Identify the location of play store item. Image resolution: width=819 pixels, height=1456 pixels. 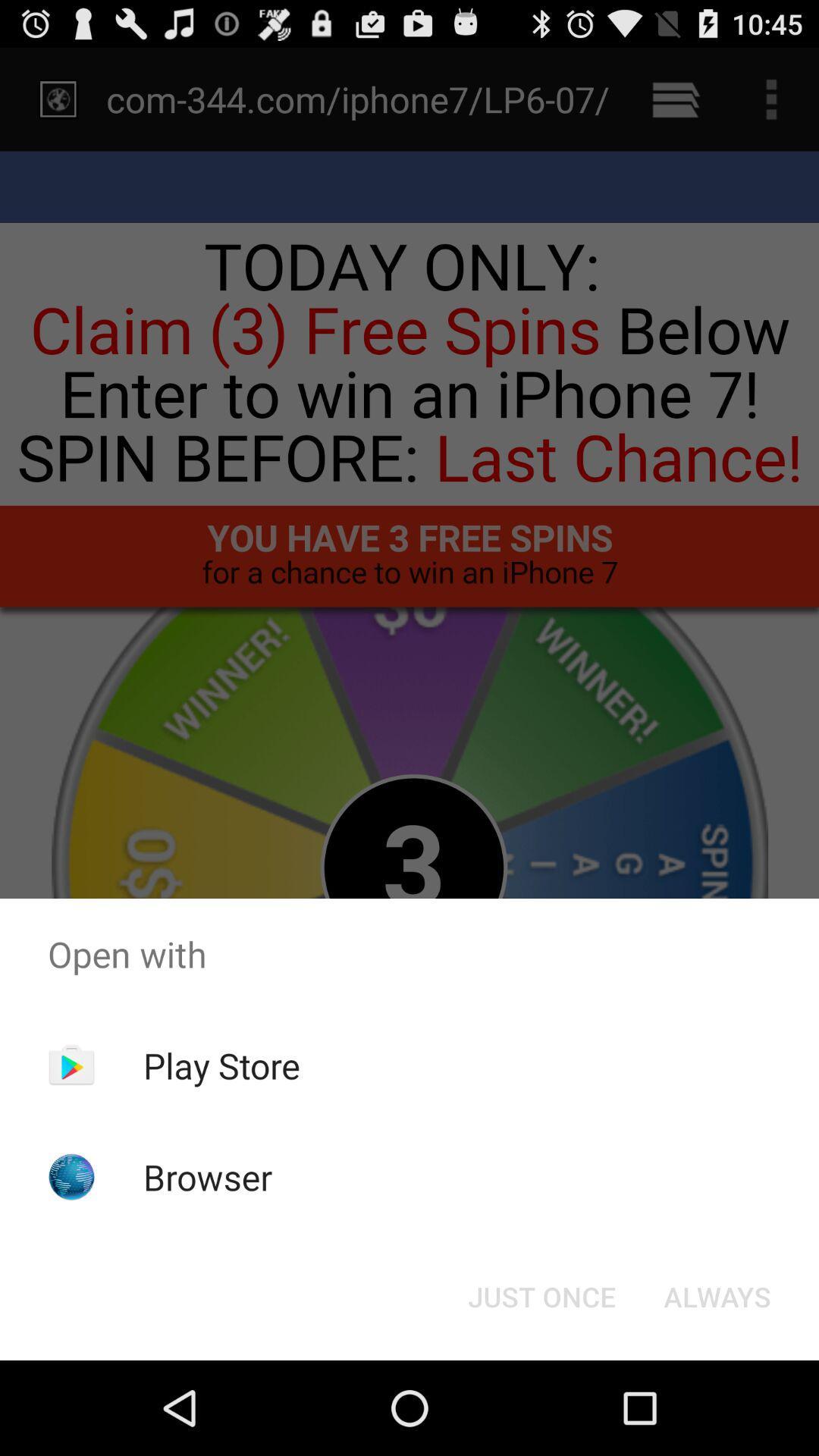
(221, 1065).